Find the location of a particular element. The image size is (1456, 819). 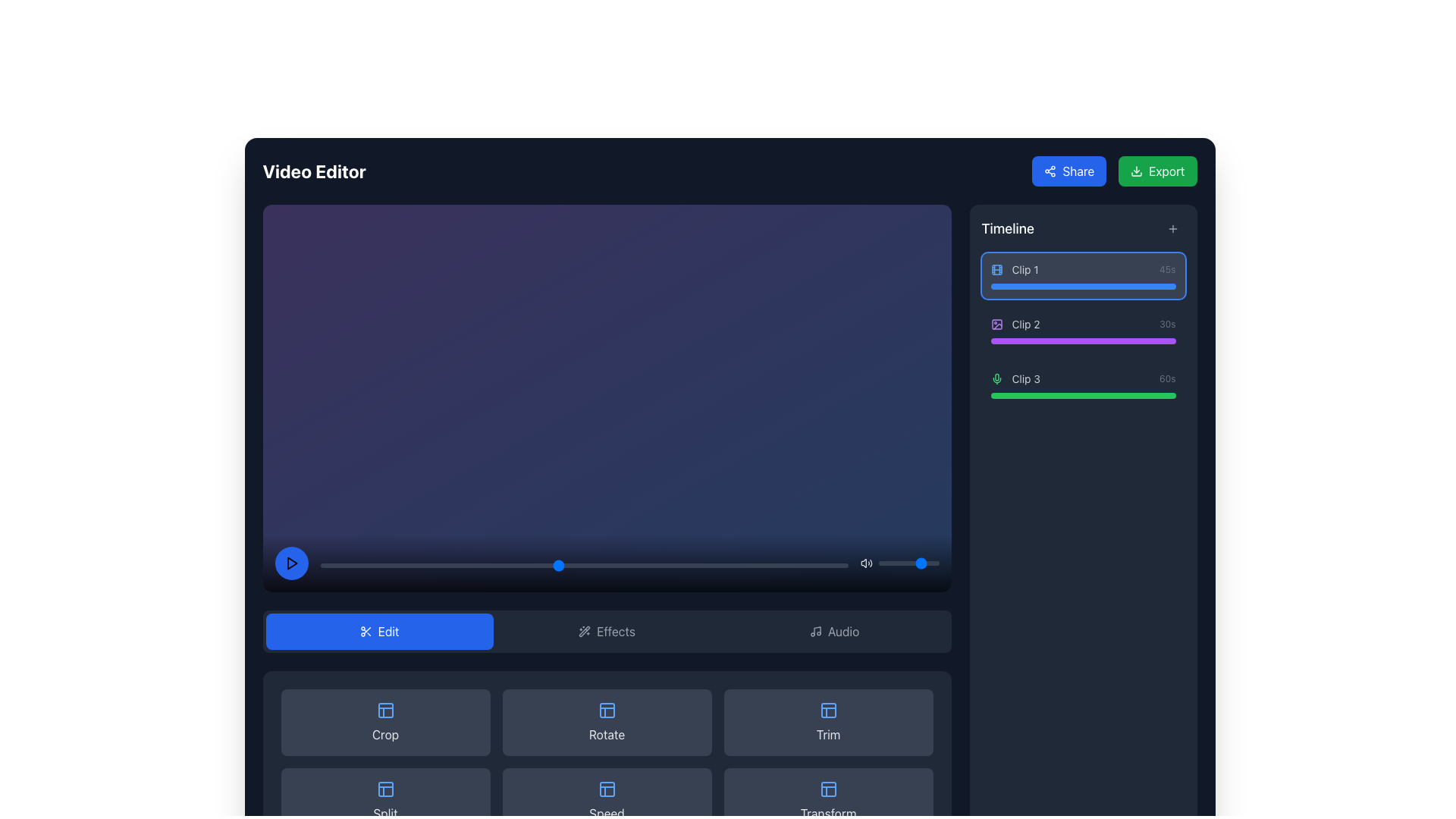

text label associated with the 60-second clip in the Timeline section, positioned to the right of the green microphone icon is located at coordinates (1026, 378).